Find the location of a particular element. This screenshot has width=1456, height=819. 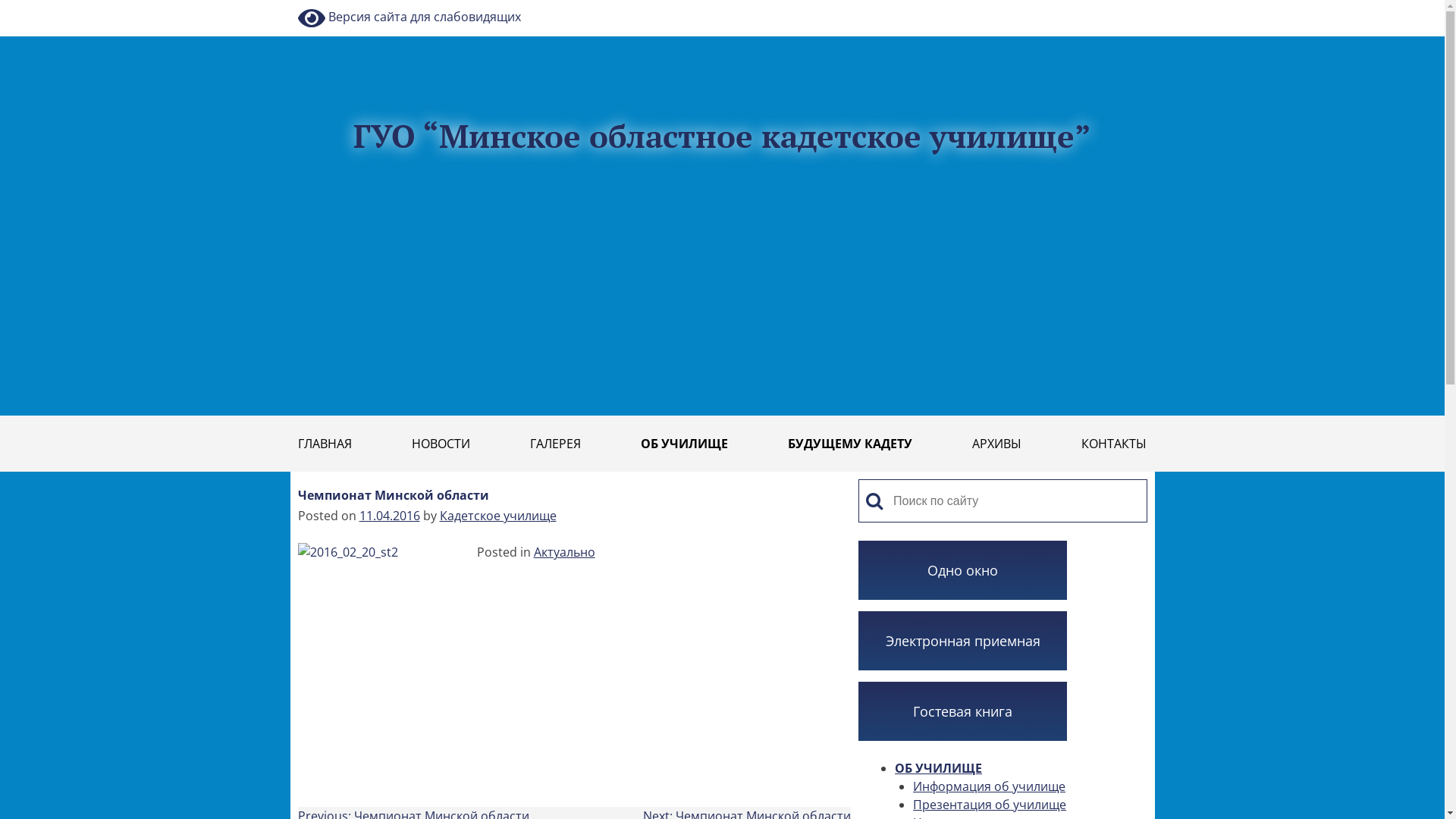

'11.04.2016' is located at coordinates (389, 514).